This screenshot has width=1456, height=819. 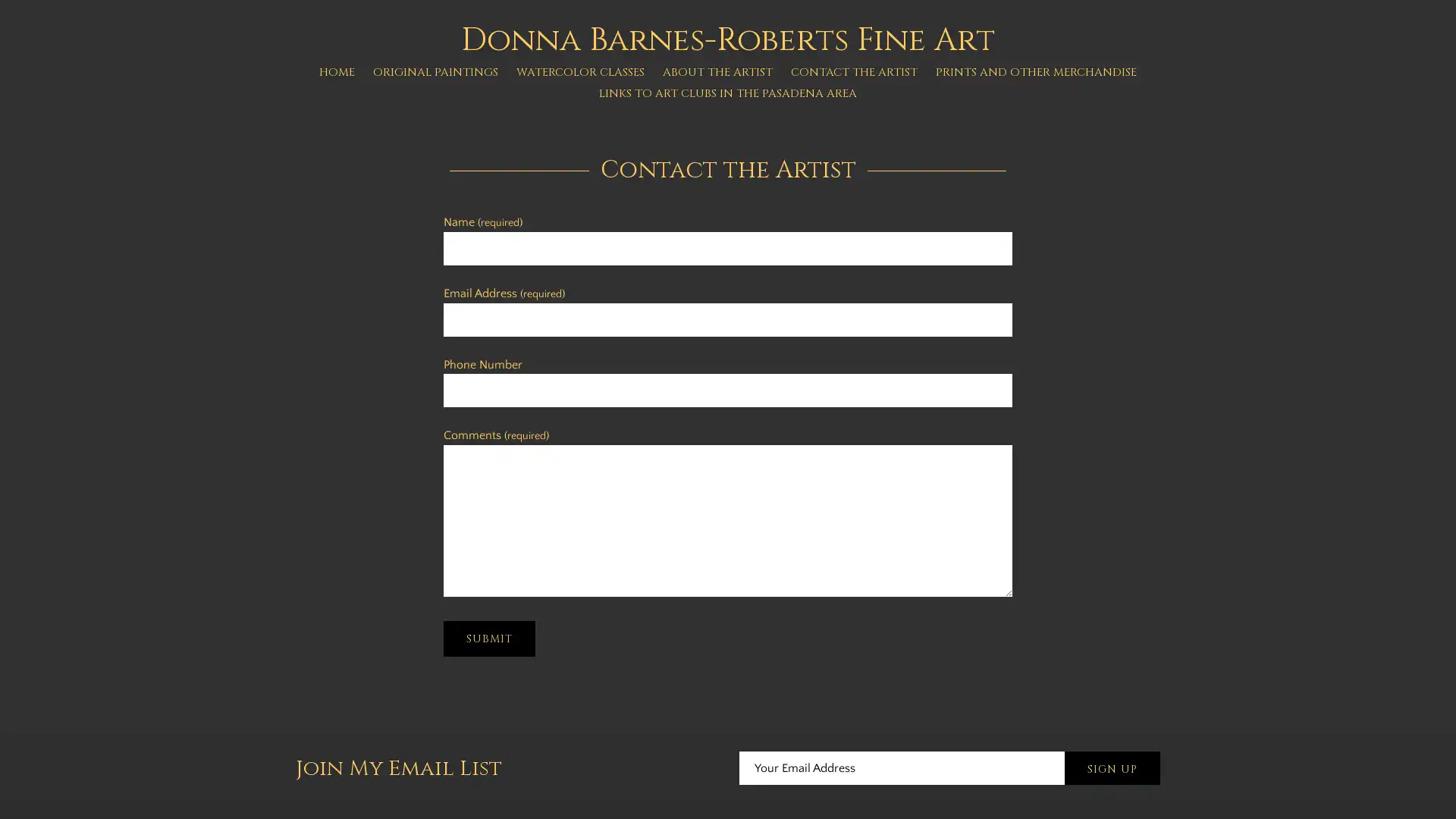 What do you see at coordinates (489, 639) in the screenshot?
I see `Submit` at bounding box center [489, 639].